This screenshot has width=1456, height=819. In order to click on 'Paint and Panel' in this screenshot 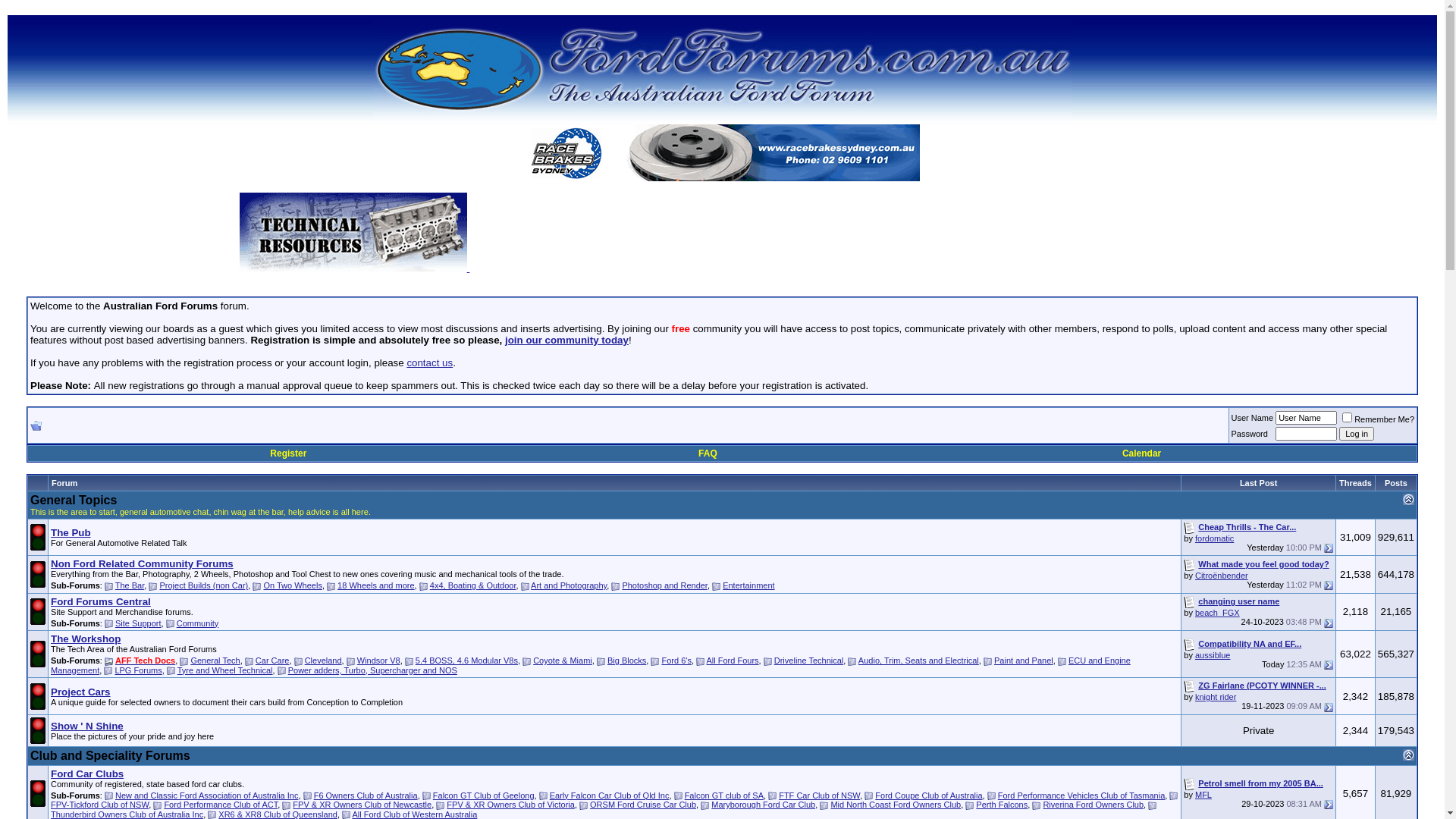, I will do `click(1023, 660)`.